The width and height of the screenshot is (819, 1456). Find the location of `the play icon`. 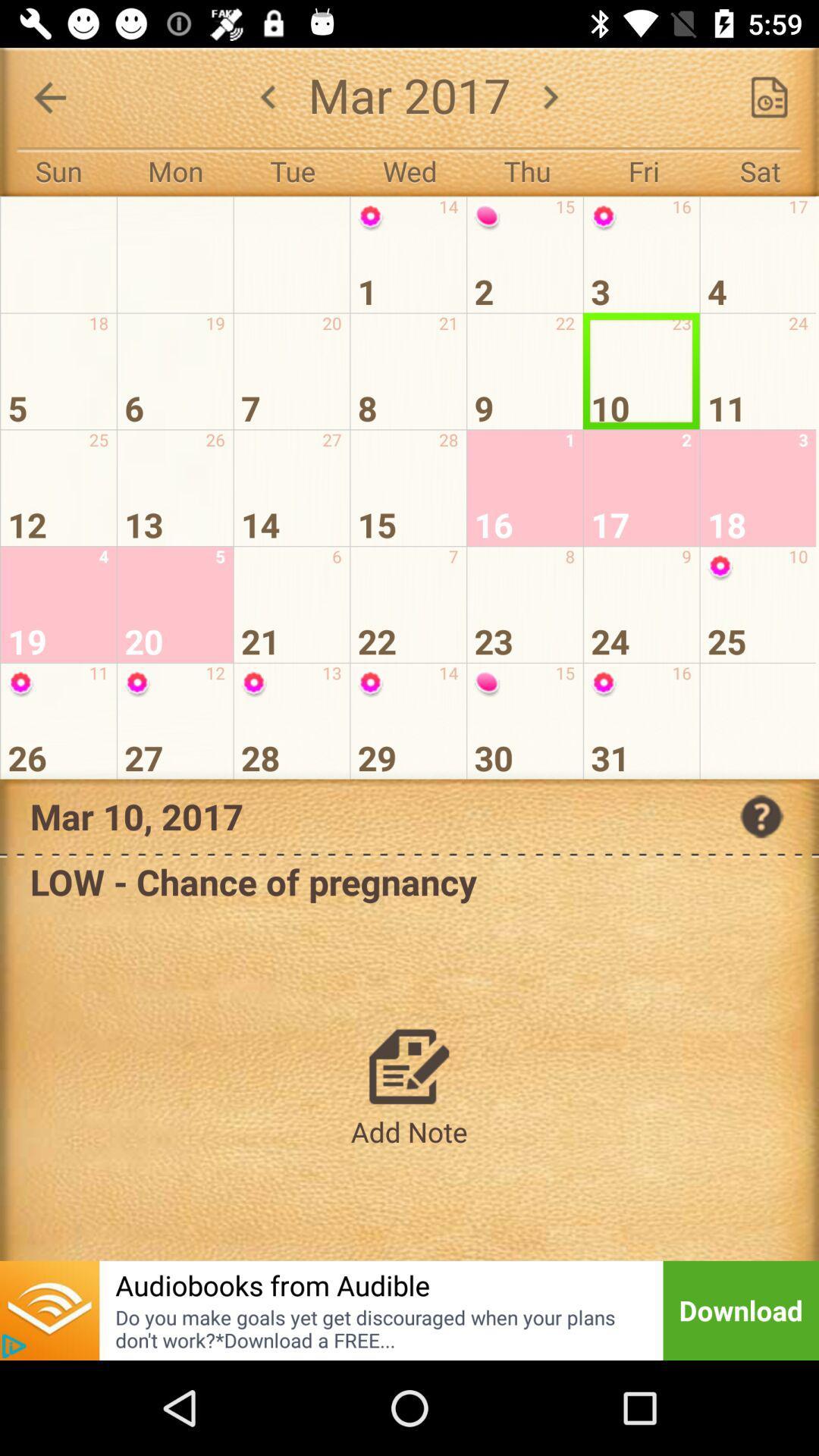

the play icon is located at coordinates (14, 1346).